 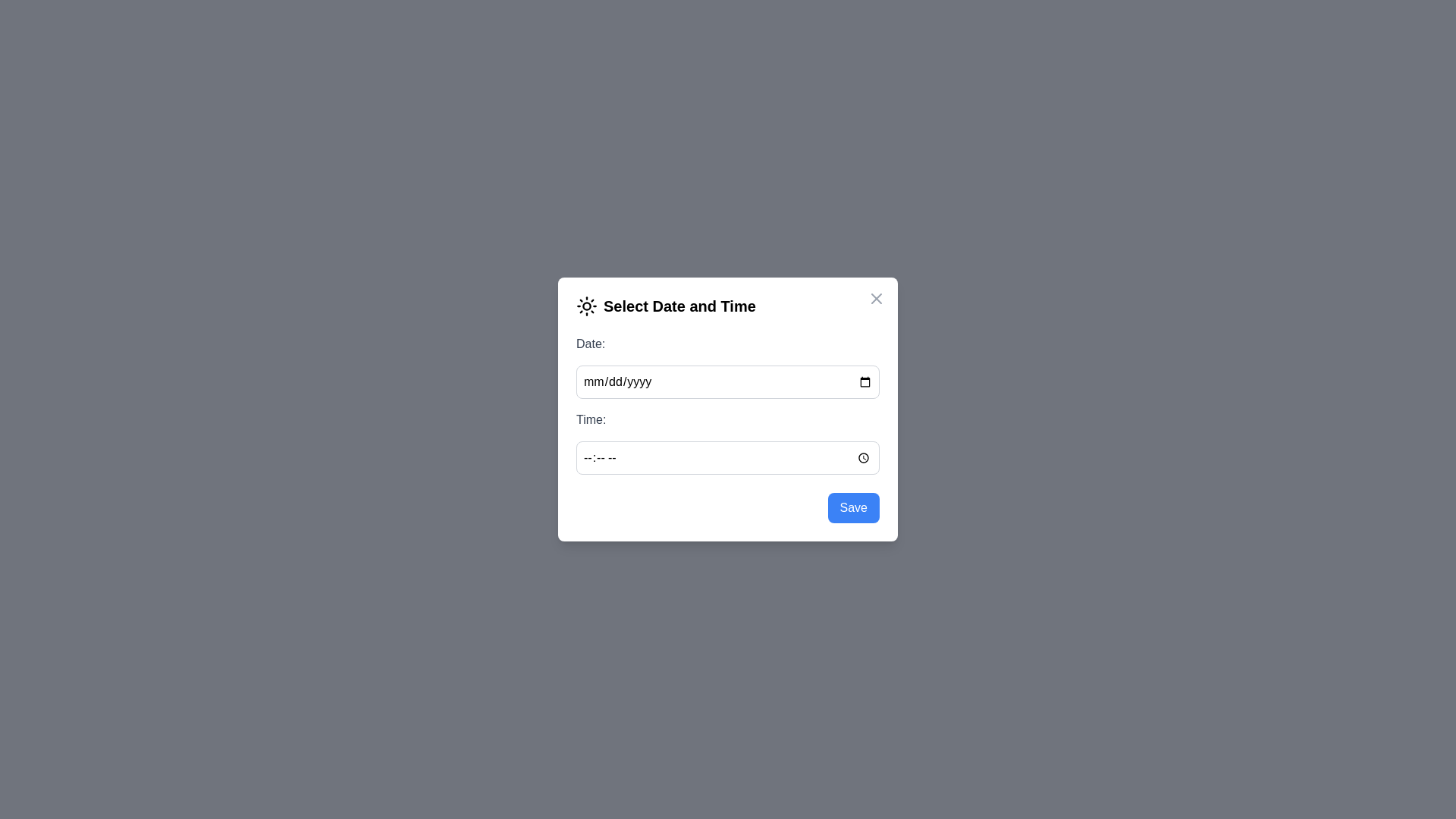 What do you see at coordinates (853, 508) in the screenshot?
I see `the Save button to confirm the selection` at bounding box center [853, 508].